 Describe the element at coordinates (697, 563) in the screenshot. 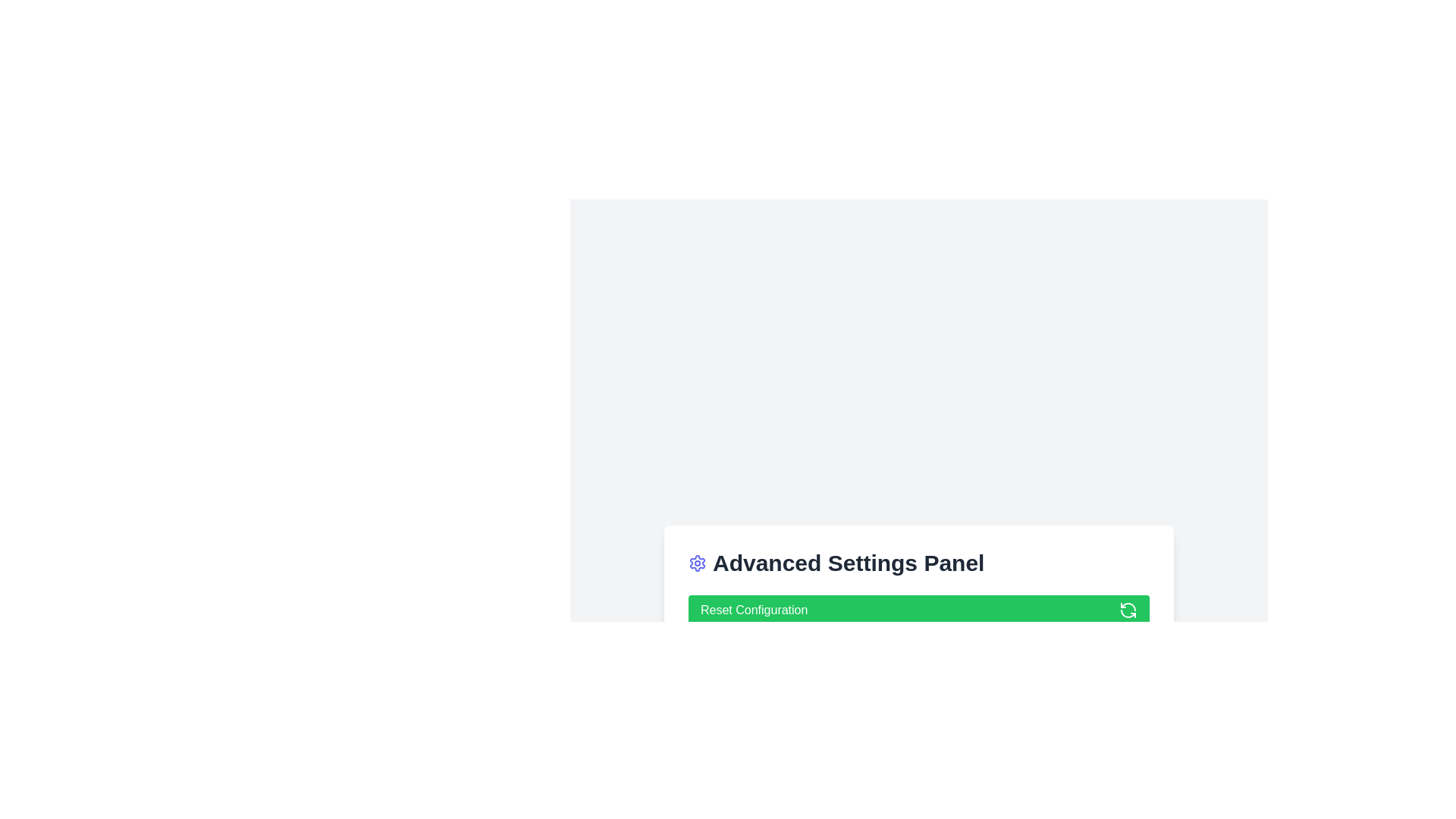

I see `the settings icon located to the immediate left of the 'Advanced Settings Panel' text label, as it represents configuration options` at that location.